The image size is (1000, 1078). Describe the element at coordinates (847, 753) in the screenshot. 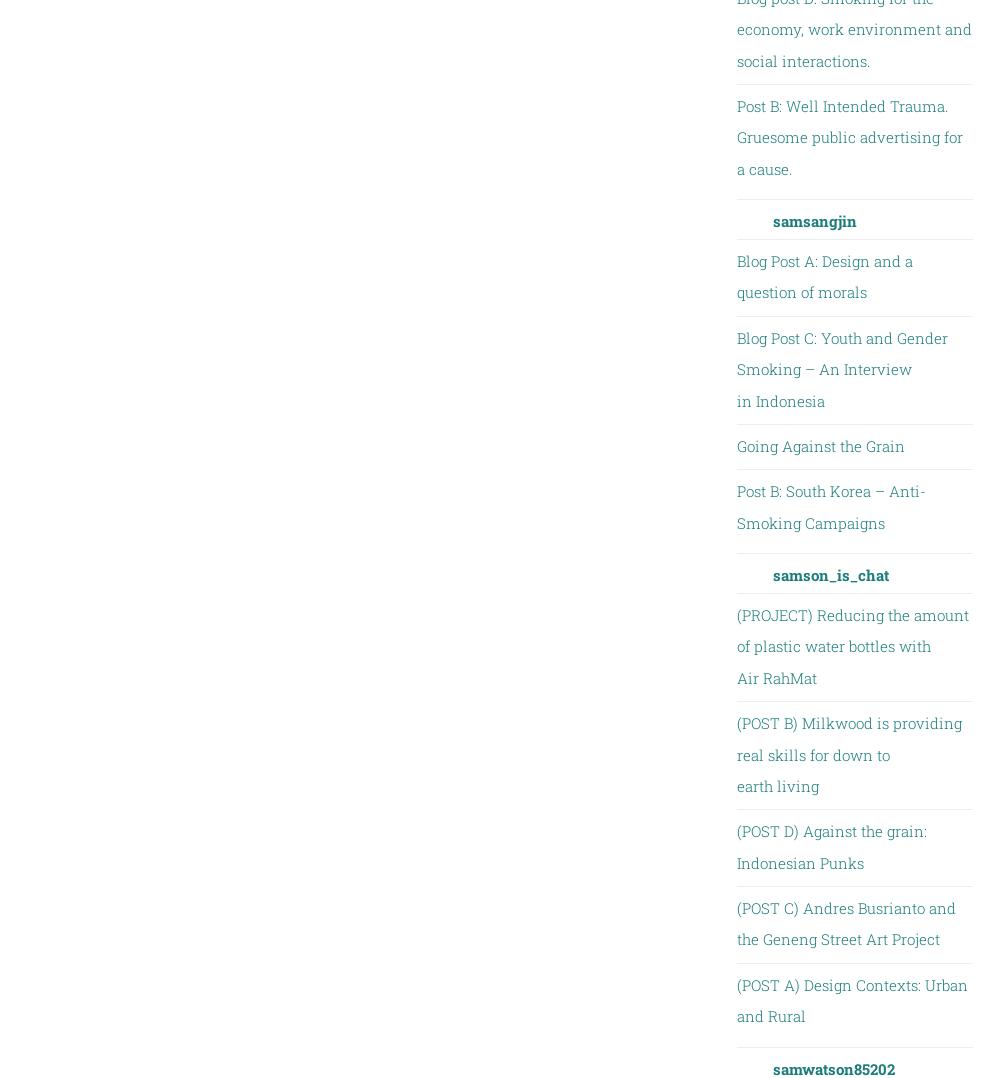

I see `'(POST B) Milkwood is providing real skills for down to earth living'` at that location.